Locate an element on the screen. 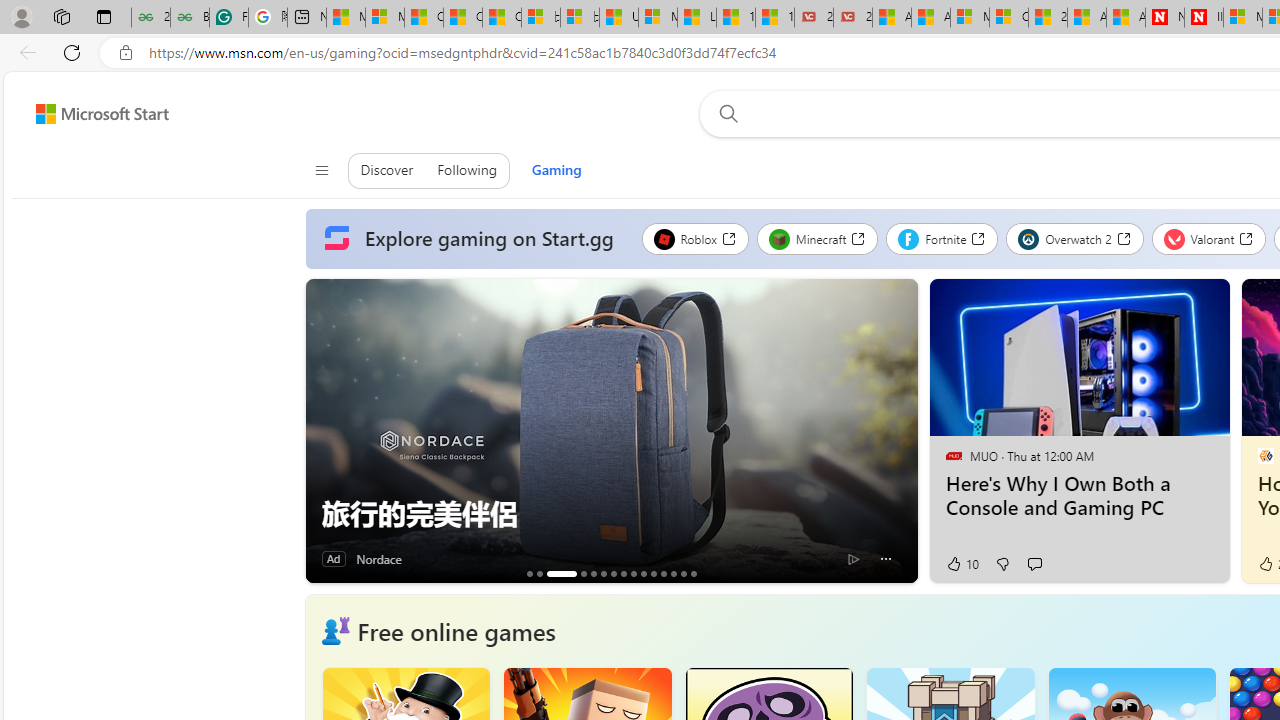 The width and height of the screenshot is (1280, 720). 'MUO' is located at coordinates (952, 455).